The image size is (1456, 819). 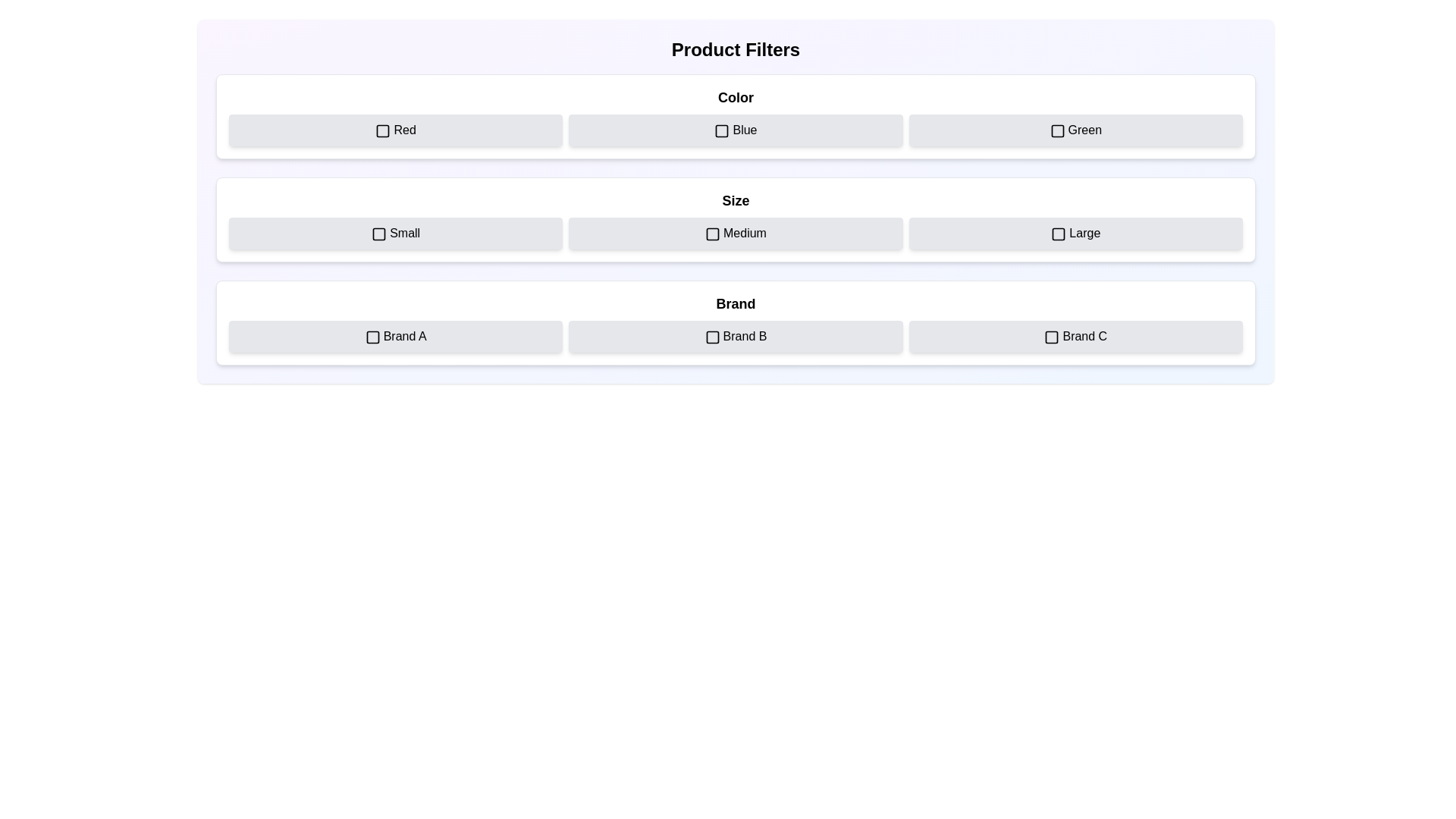 I want to click on the label that serves as a title for the size selection options located in the middle section of the interface, positioned above the 'Small', 'Medium', and 'Large' options, so click(x=736, y=200).